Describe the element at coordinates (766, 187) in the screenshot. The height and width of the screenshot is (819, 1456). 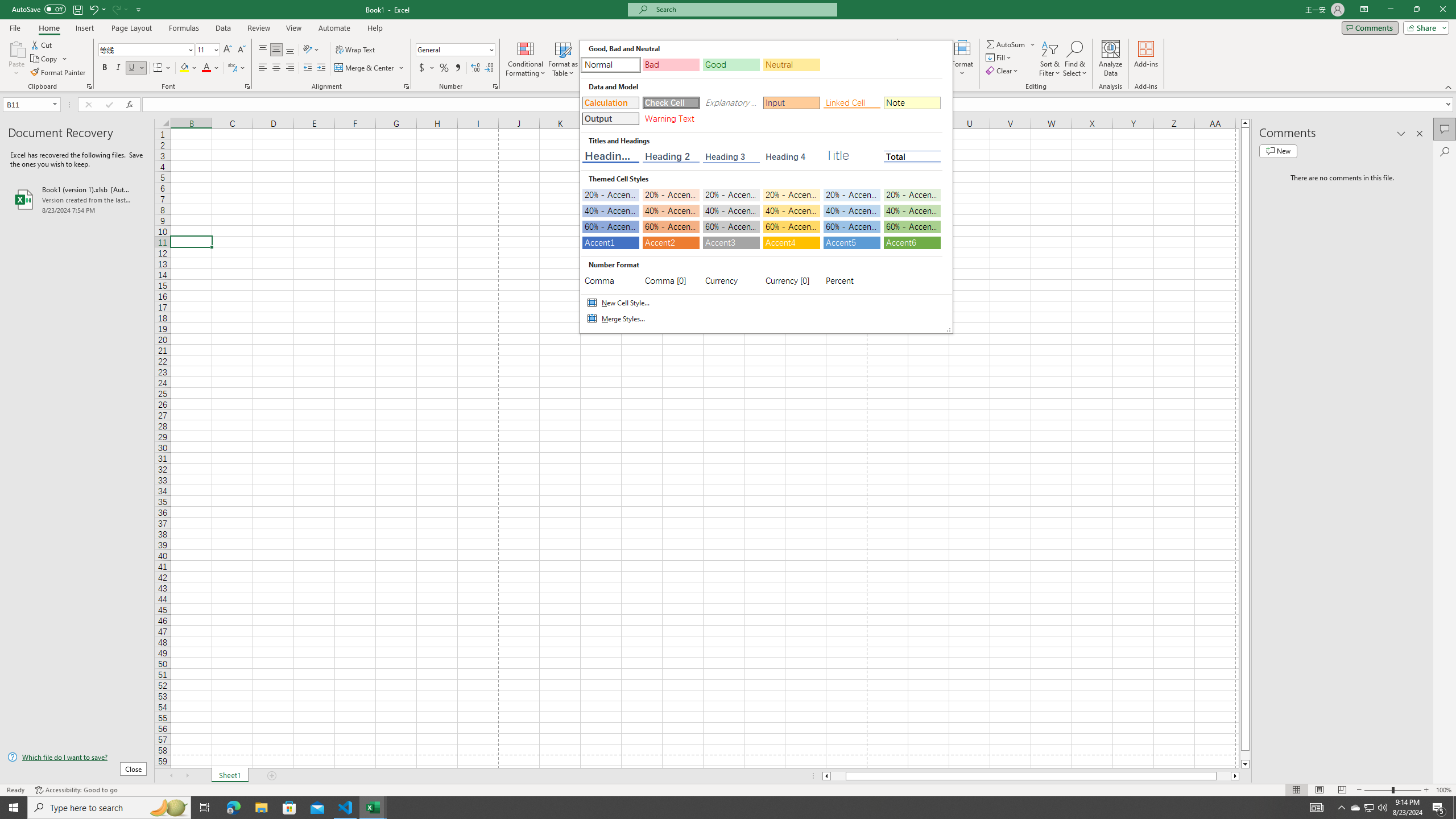
I see `'Class: Net UI Tool Window'` at that location.